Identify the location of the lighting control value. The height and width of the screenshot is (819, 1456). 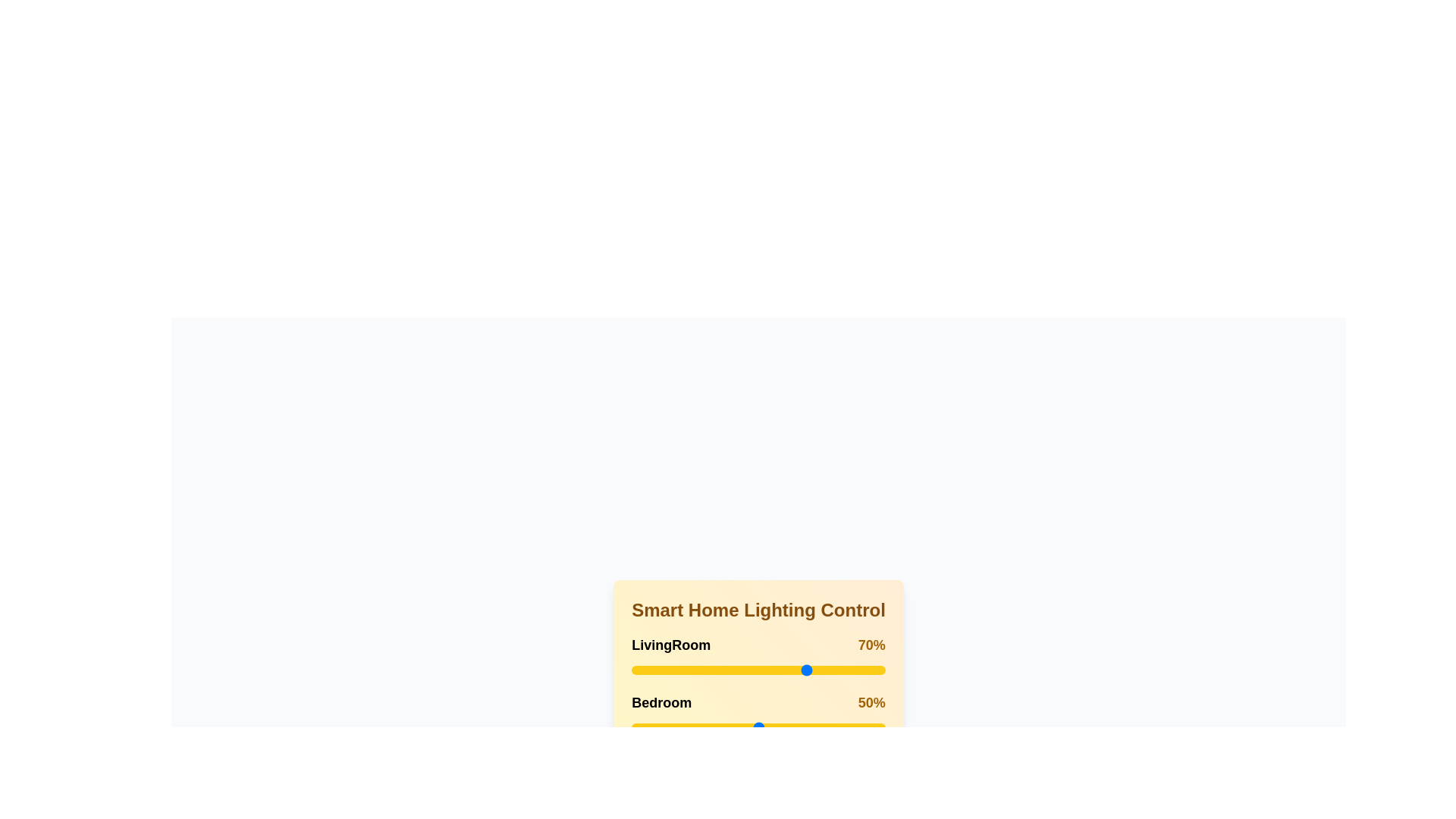
(745, 669).